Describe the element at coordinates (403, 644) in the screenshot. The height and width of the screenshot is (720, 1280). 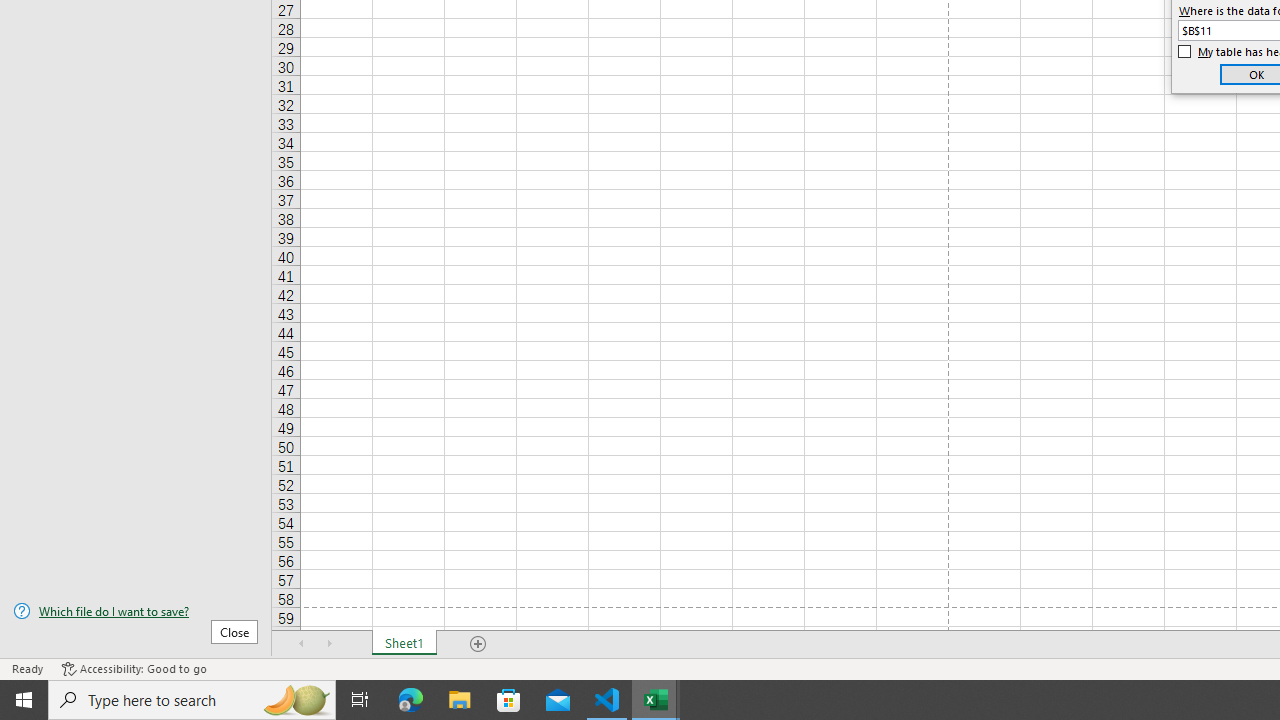
I see `'Sheet1'` at that location.